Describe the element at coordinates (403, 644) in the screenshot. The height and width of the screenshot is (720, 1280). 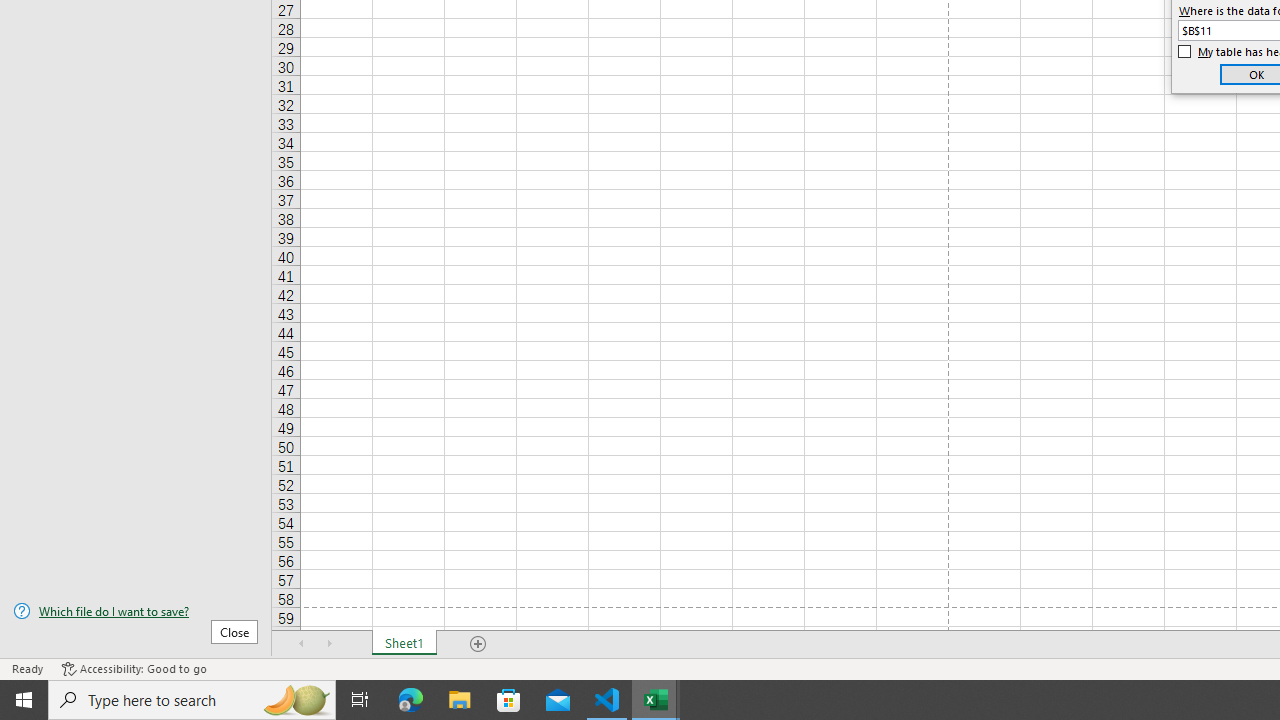
I see `'Sheet1'` at that location.